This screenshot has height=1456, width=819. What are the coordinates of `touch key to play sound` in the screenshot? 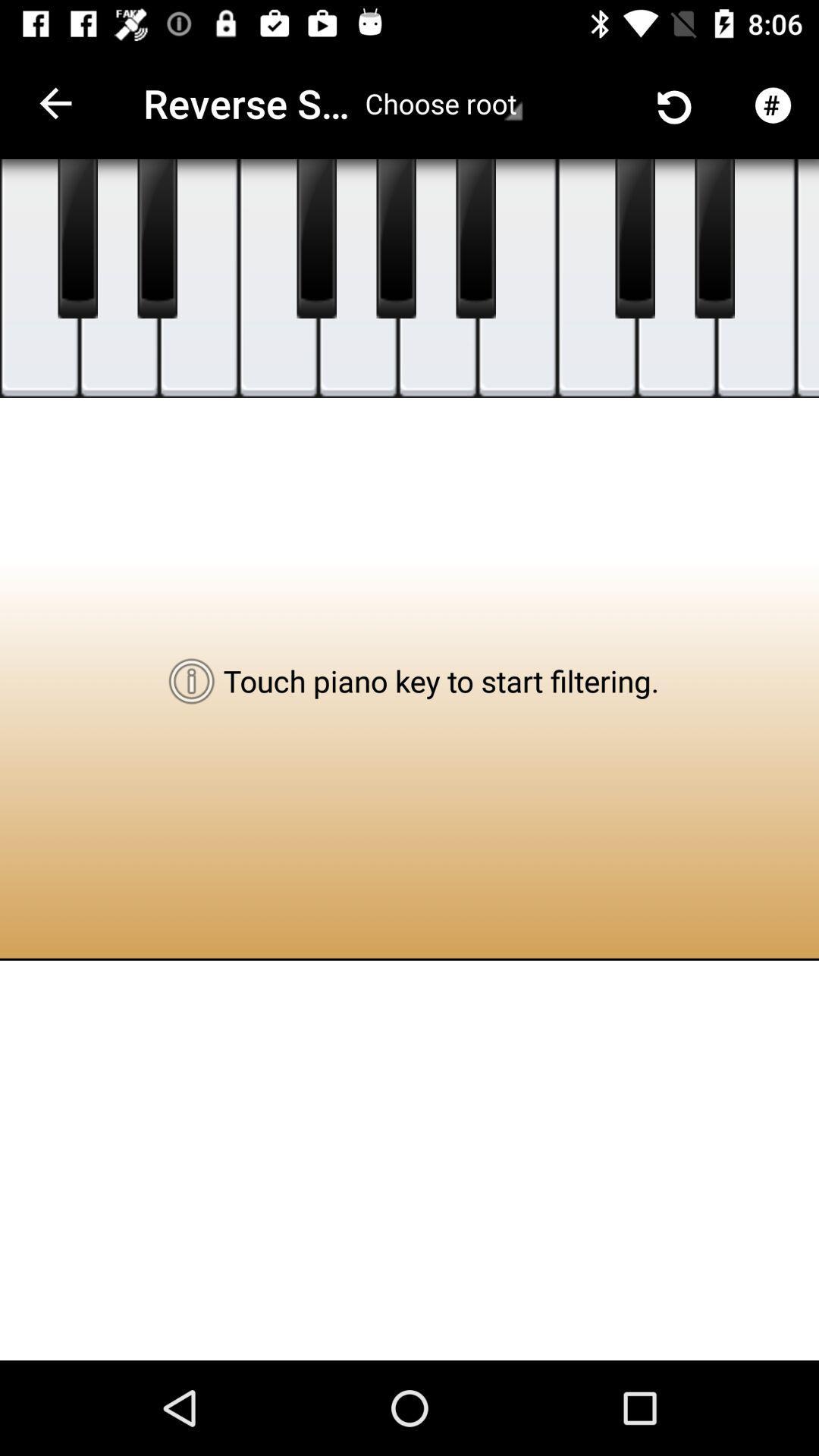 It's located at (358, 278).